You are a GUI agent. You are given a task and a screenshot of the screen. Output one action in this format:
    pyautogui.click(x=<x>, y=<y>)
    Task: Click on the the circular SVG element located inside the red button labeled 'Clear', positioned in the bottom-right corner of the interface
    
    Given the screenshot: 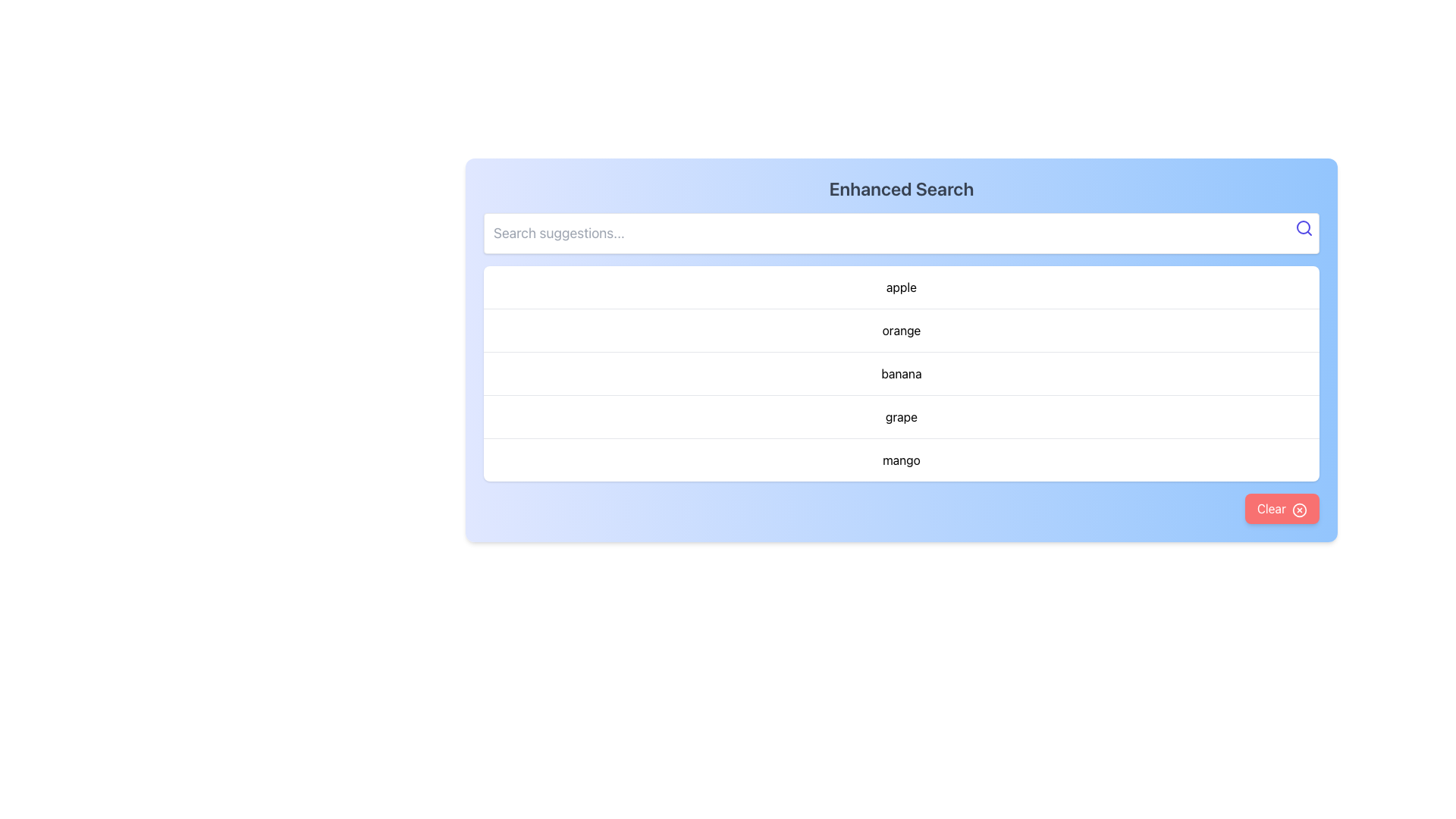 What is the action you would take?
    pyautogui.click(x=1298, y=509)
    